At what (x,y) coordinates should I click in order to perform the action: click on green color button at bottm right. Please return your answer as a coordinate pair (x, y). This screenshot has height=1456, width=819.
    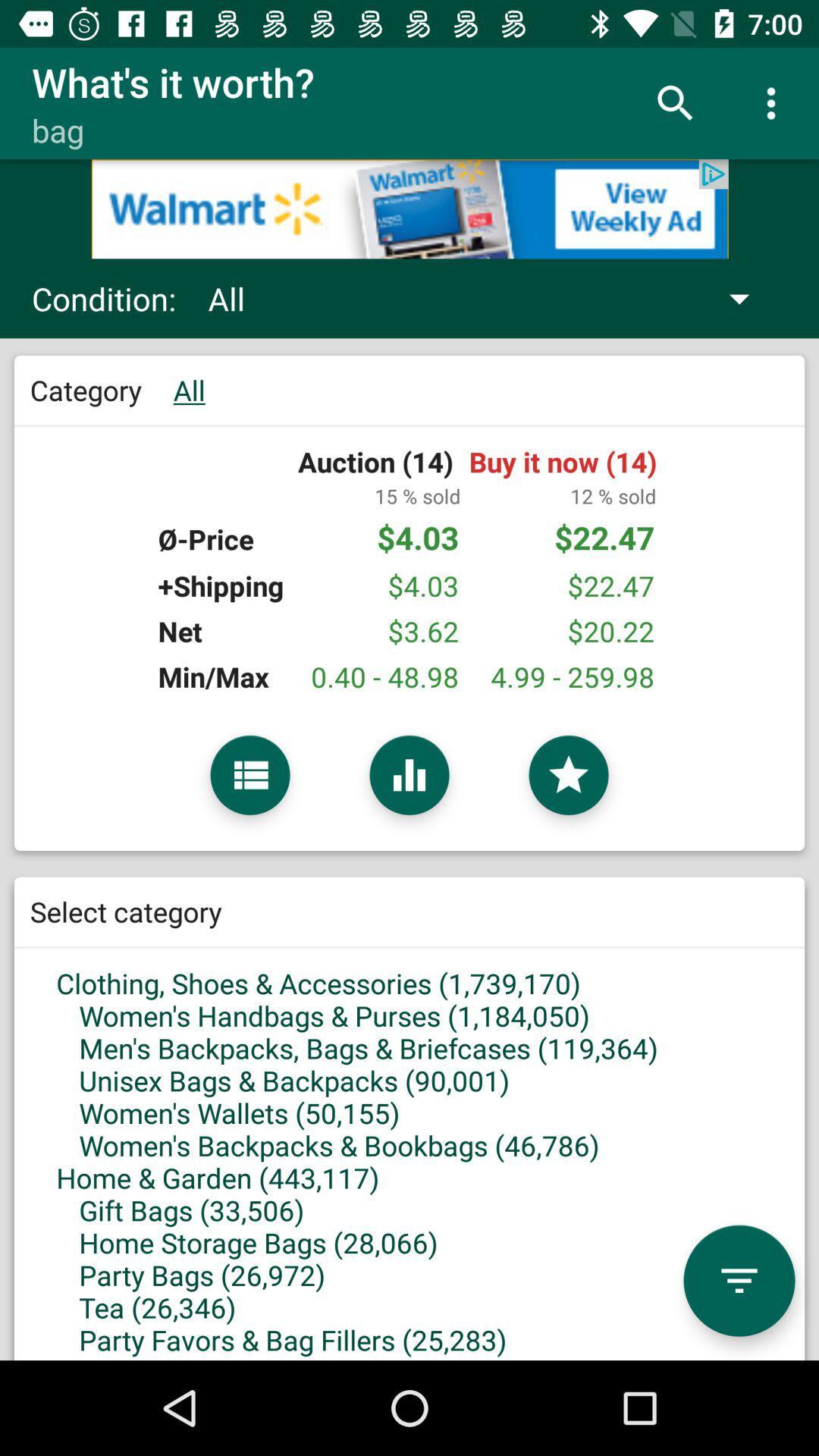
    Looking at the image, I should click on (739, 1280).